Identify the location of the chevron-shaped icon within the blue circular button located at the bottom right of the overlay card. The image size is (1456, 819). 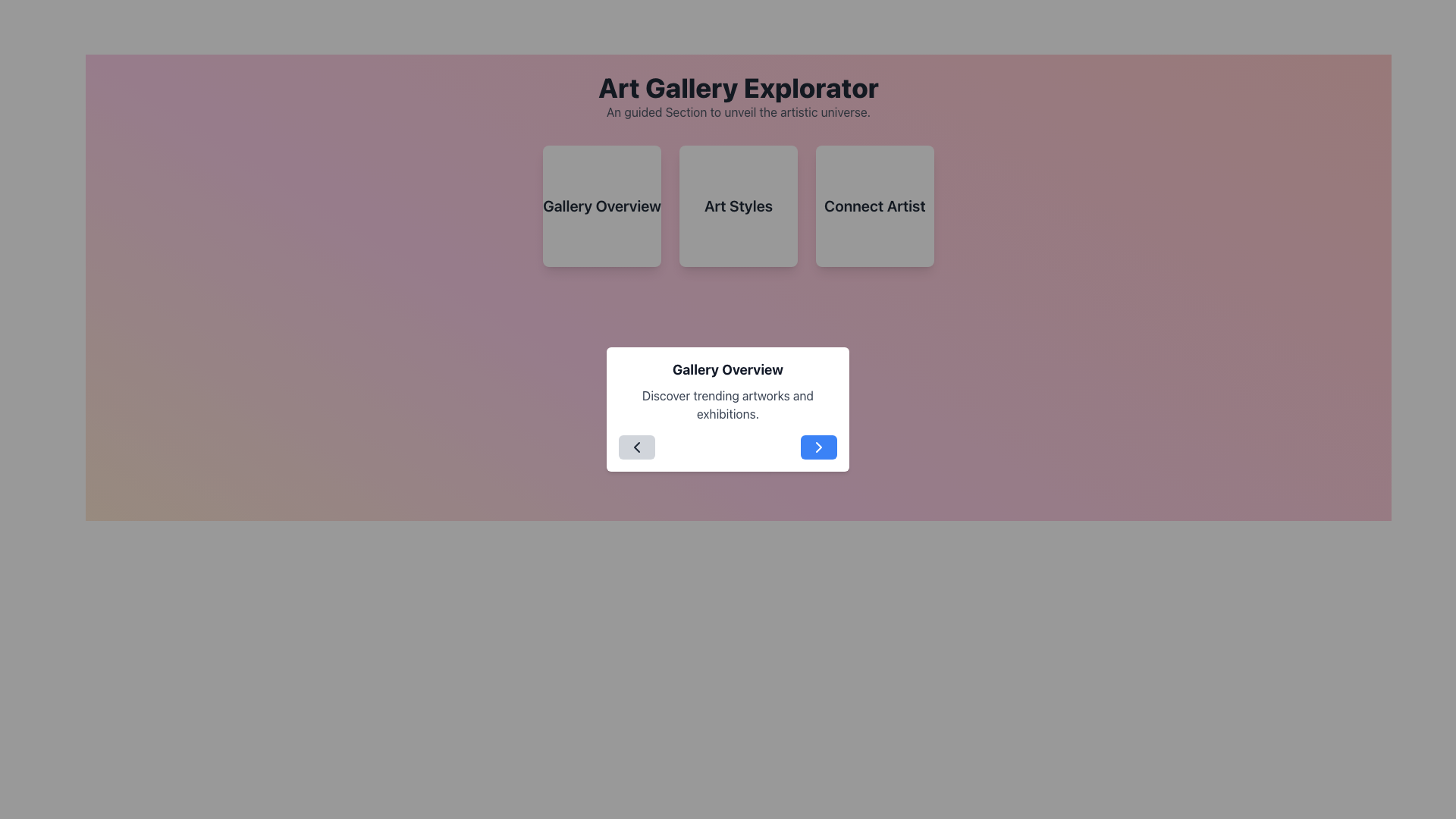
(818, 447).